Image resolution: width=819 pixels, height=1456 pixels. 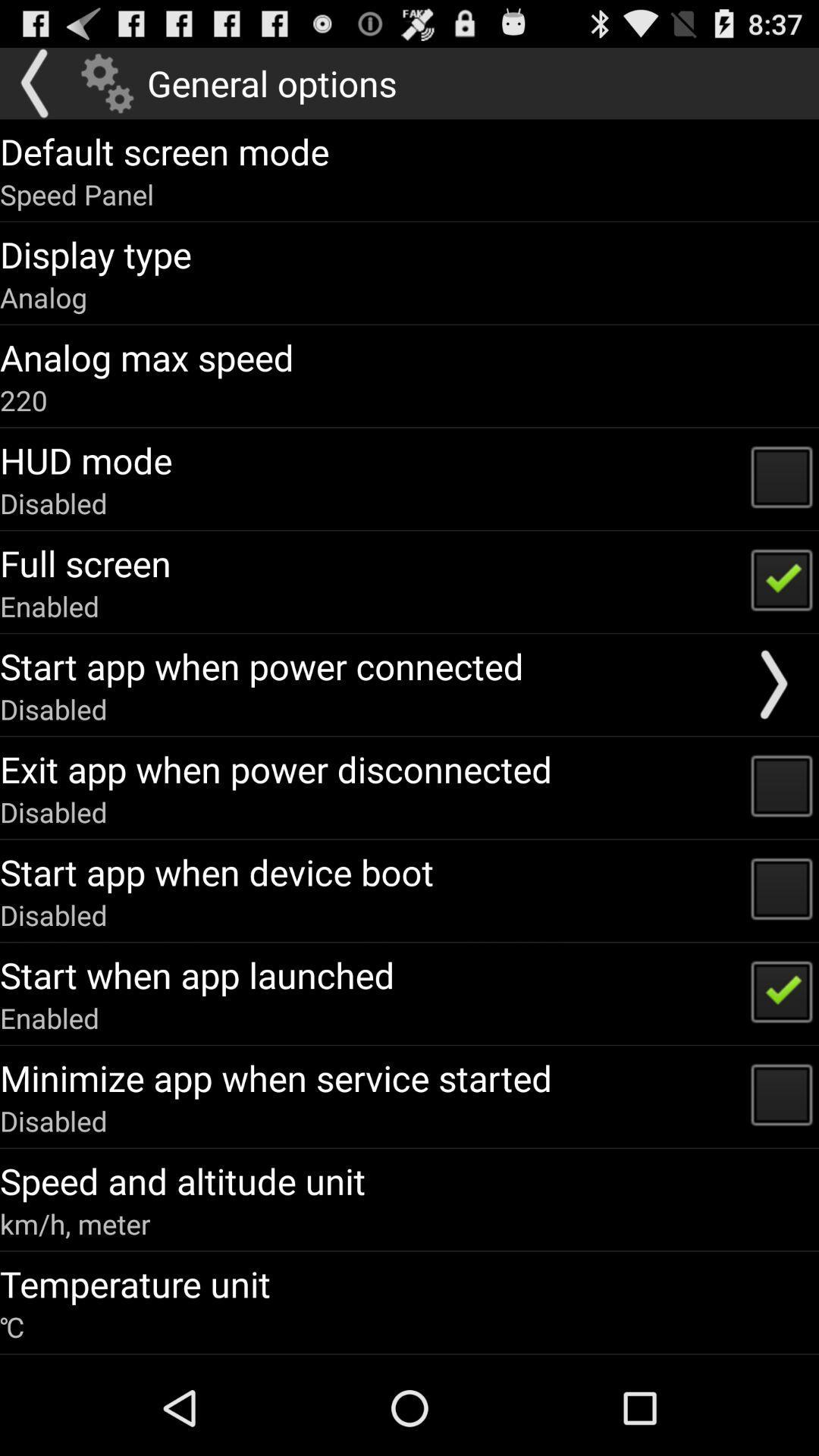 What do you see at coordinates (96, 254) in the screenshot?
I see `the display type icon` at bounding box center [96, 254].